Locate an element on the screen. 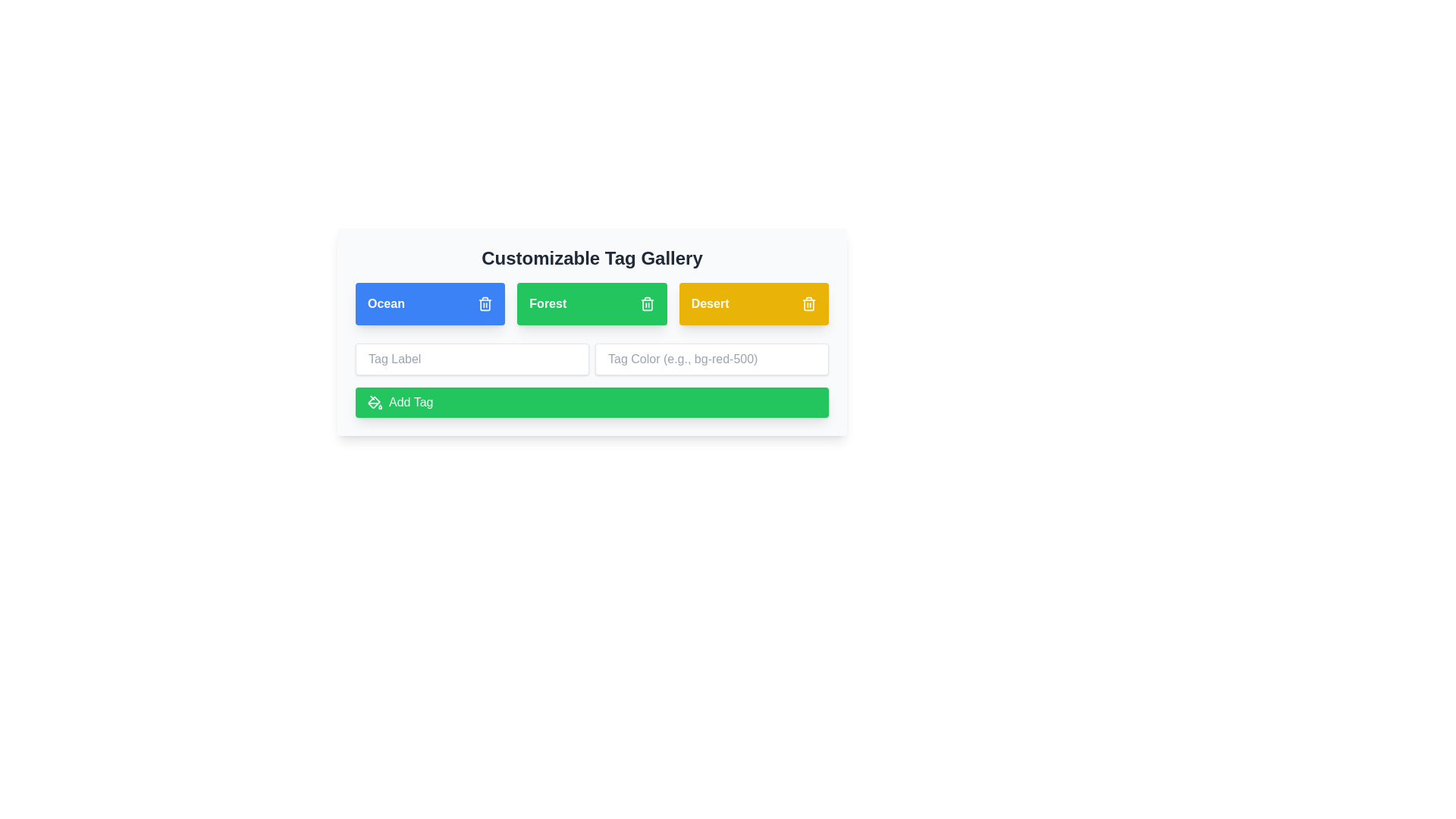  the text of the chip labeled Desert is located at coordinates (709, 304).